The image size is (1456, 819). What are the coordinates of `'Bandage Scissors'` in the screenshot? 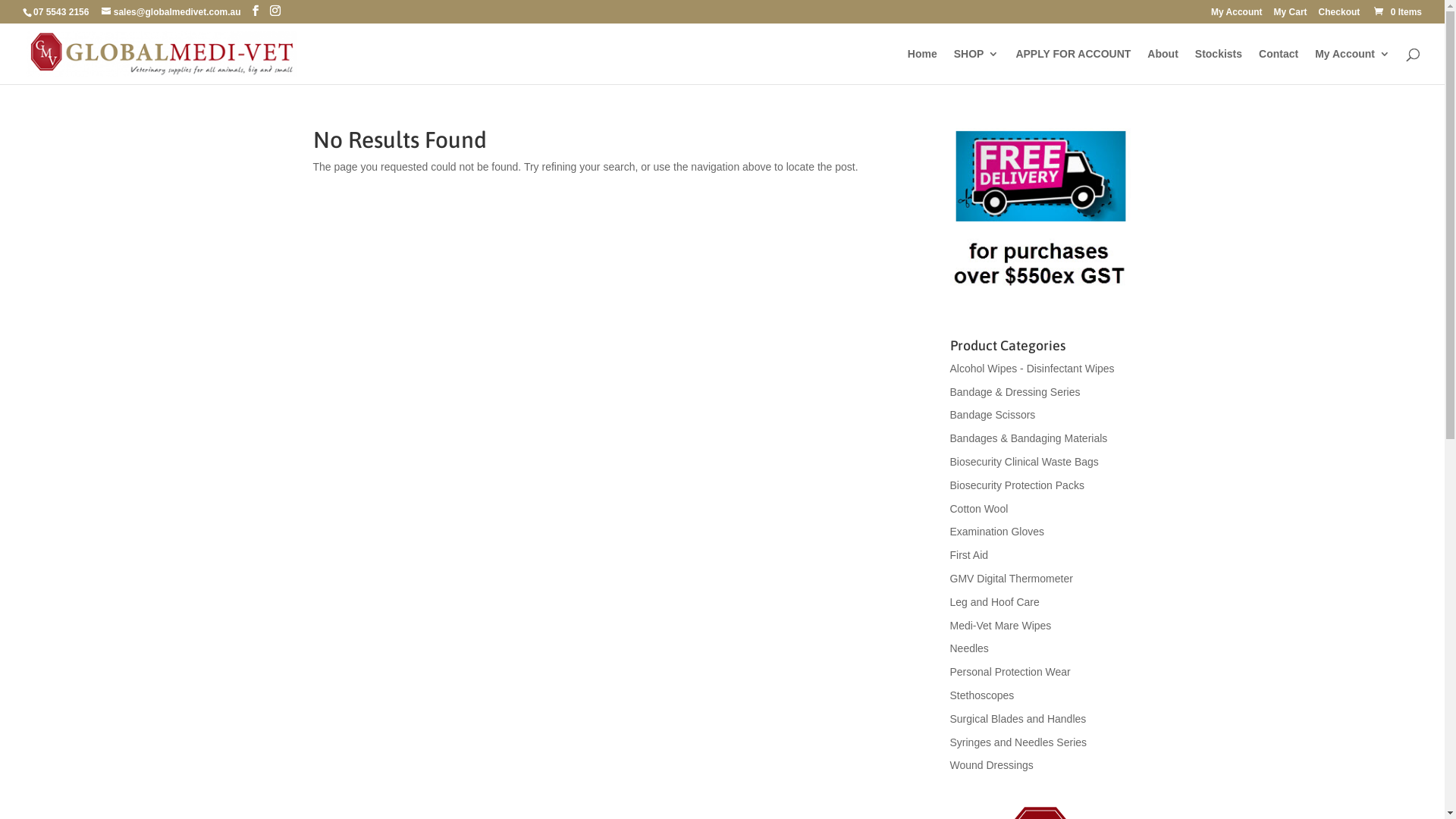 It's located at (949, 415).